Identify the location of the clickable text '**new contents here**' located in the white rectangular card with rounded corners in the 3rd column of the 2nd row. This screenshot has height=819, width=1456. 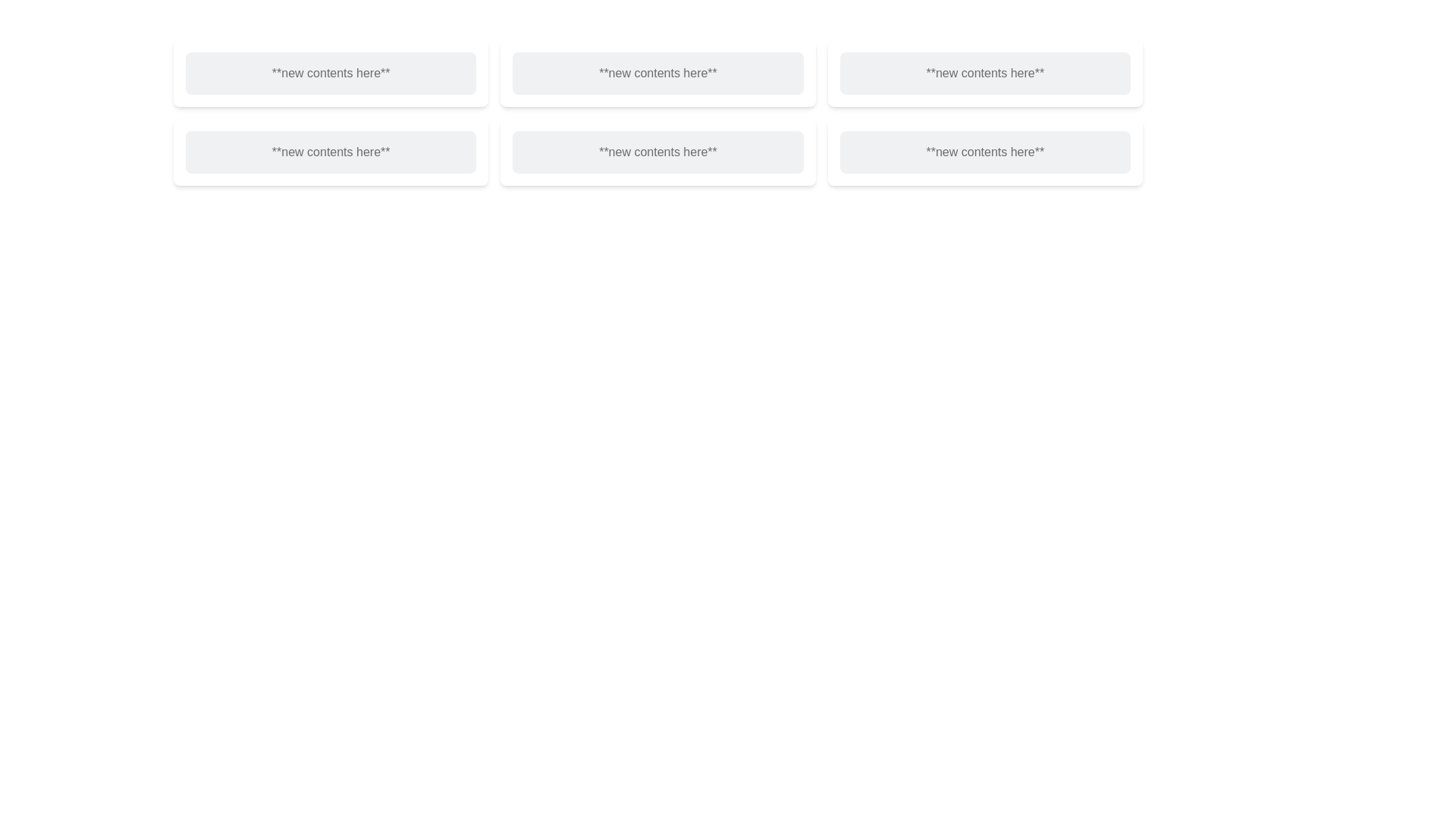
(658, 152).